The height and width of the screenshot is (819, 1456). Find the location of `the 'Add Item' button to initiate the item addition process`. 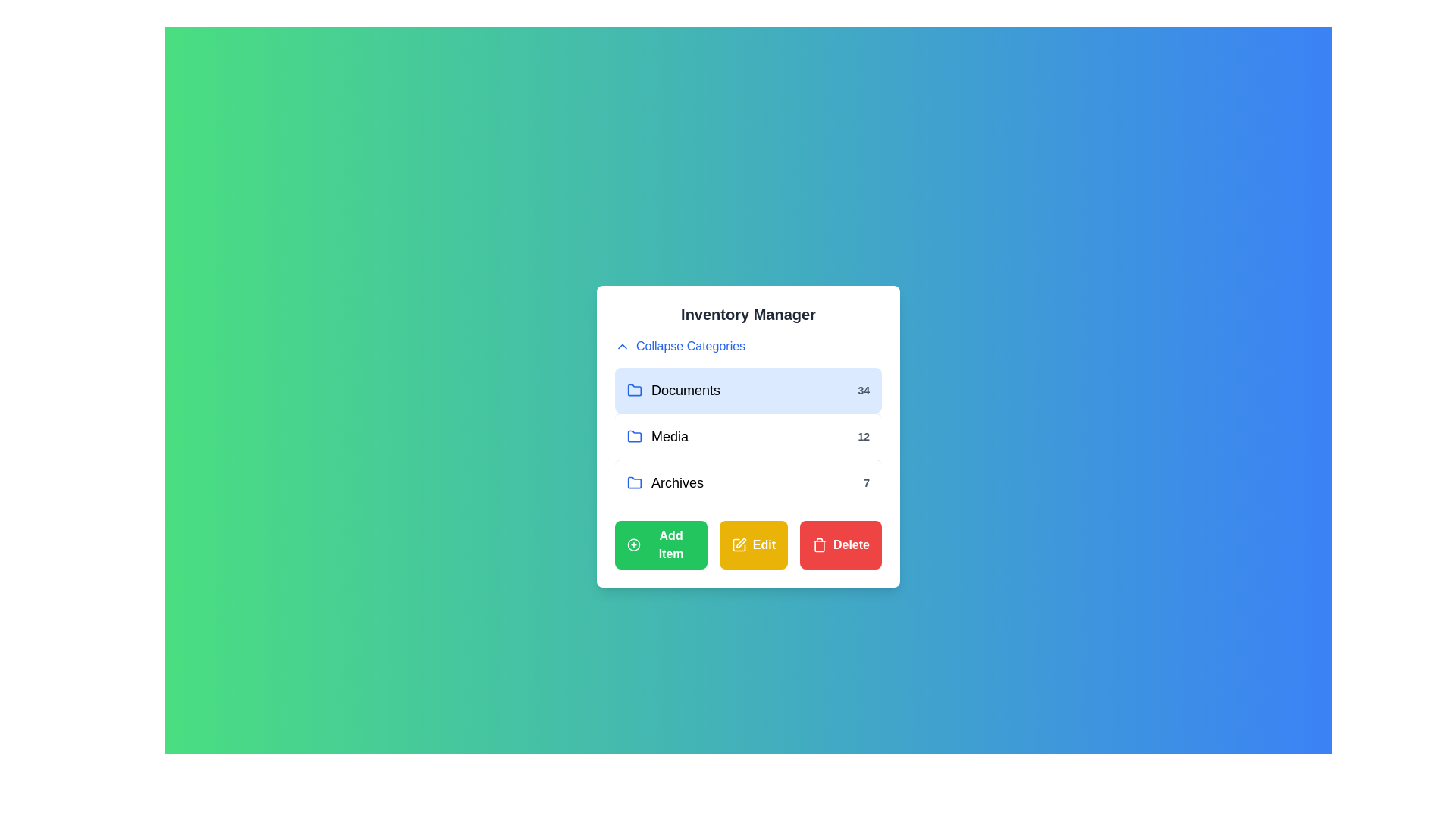

the 'Add Item' button to initiate the item addition process is located at coordinates (661, 544).